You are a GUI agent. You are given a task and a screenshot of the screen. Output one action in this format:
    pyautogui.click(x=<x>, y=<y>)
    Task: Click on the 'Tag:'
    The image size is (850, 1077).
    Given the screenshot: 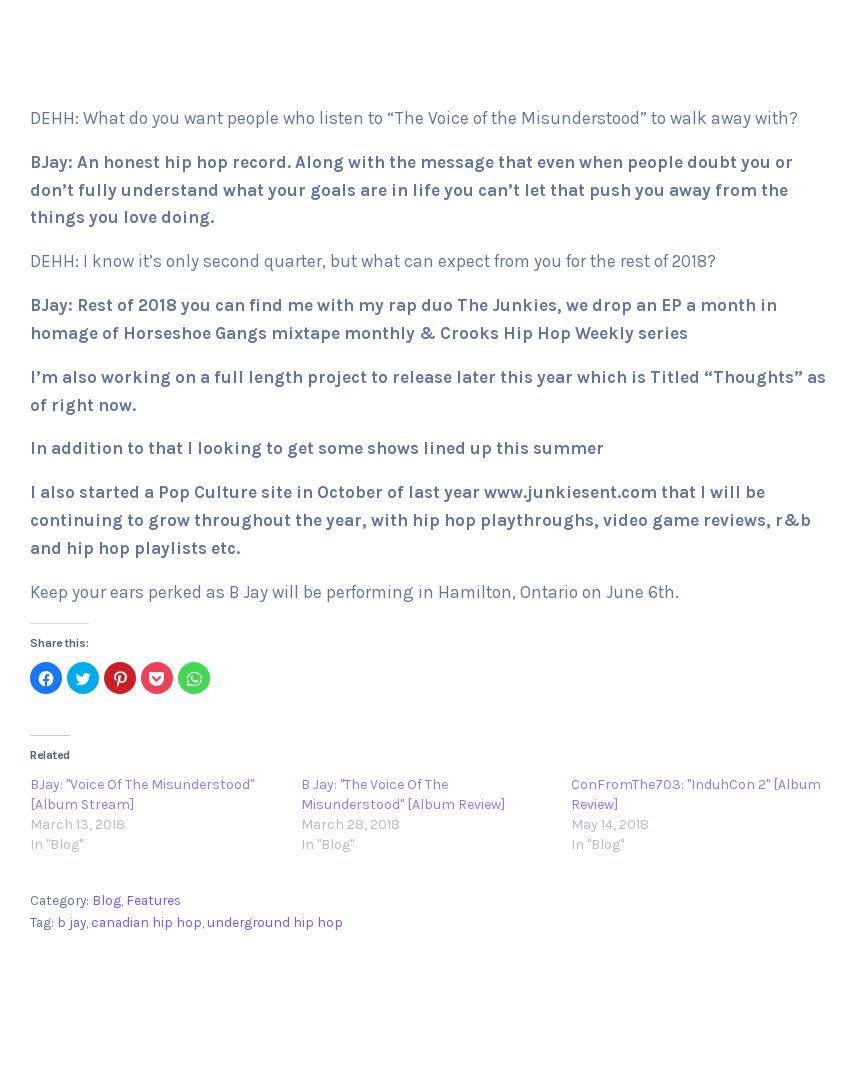 What is the action you would take?
    pyautogui.click(x=42, y=921)
    